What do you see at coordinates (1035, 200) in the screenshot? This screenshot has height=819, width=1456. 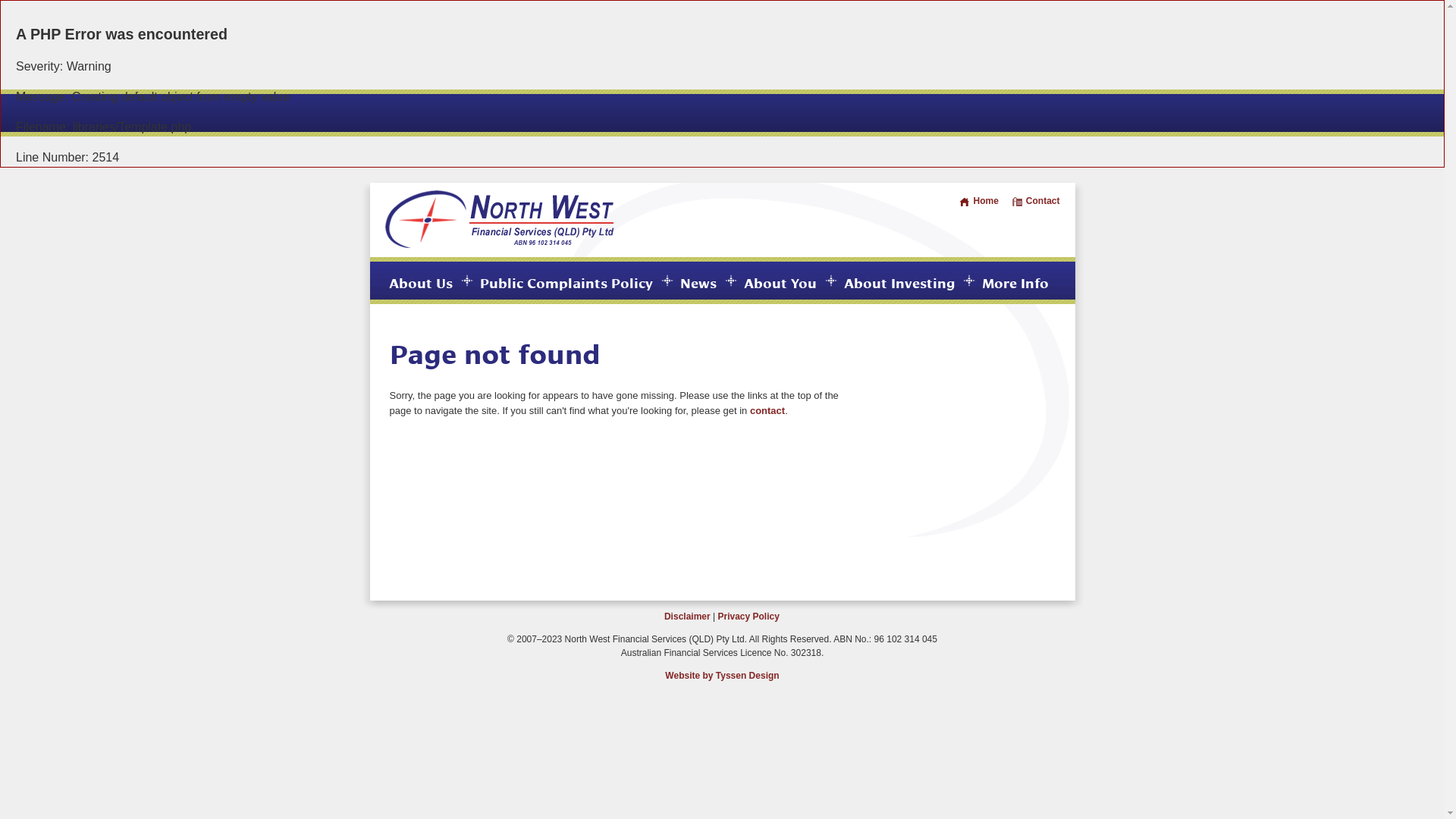 I see `'Contact'` at bounding box center [1035, 200].